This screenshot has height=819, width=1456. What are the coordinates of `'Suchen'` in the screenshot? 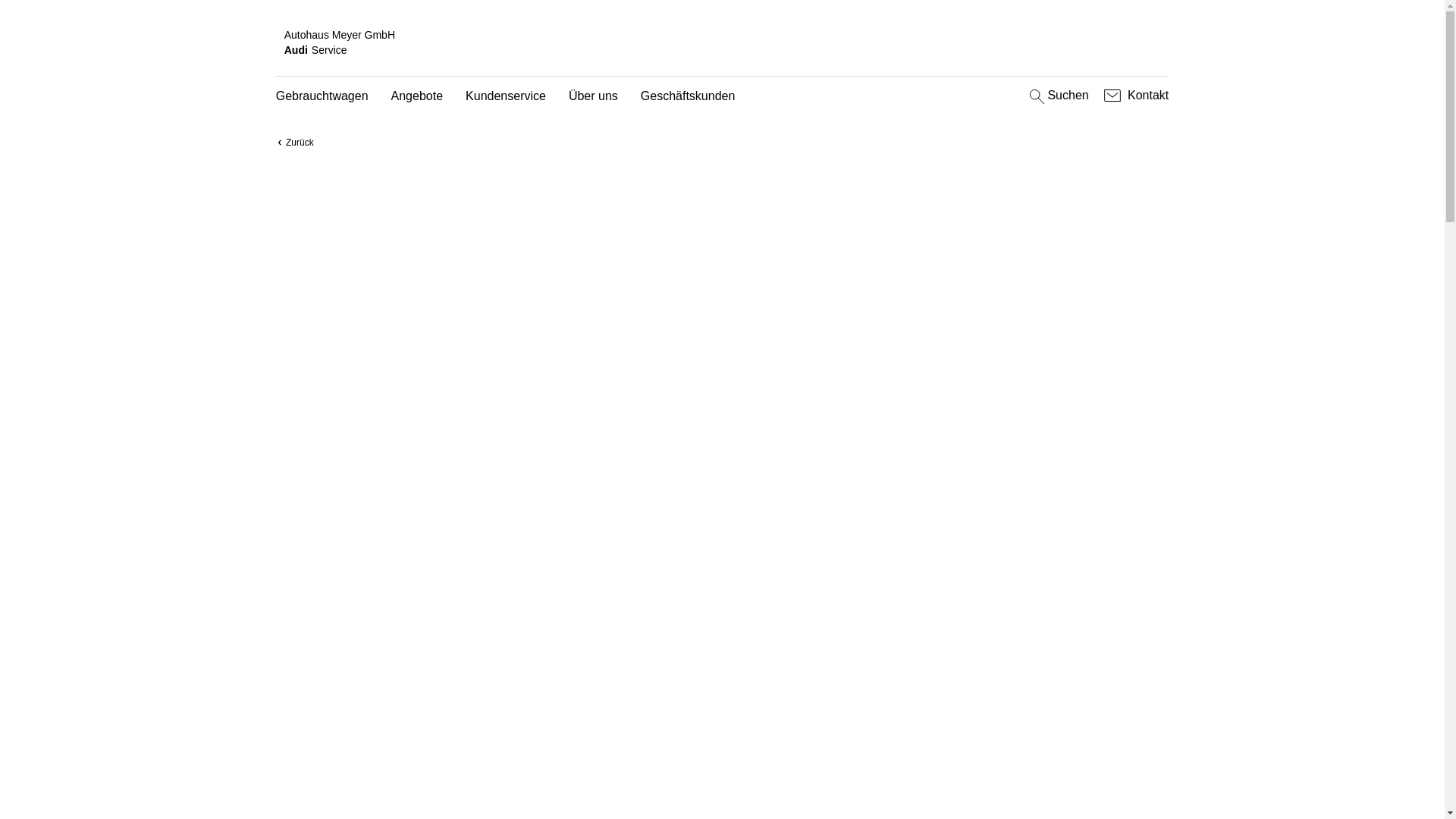 It's located at (1056, 96).